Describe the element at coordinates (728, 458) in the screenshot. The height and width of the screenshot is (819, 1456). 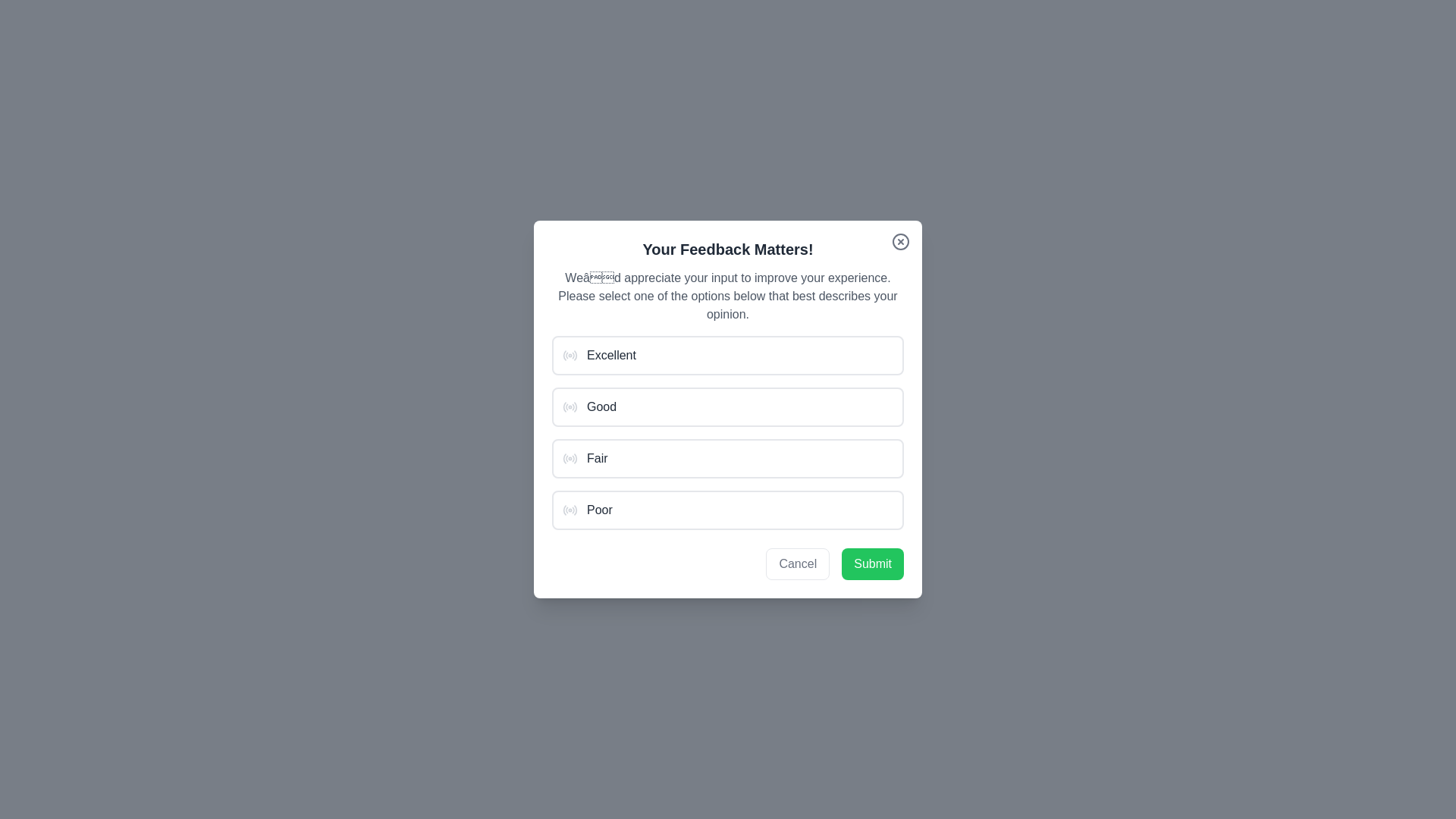
I see `the option 'Fair' from the list` at that location.